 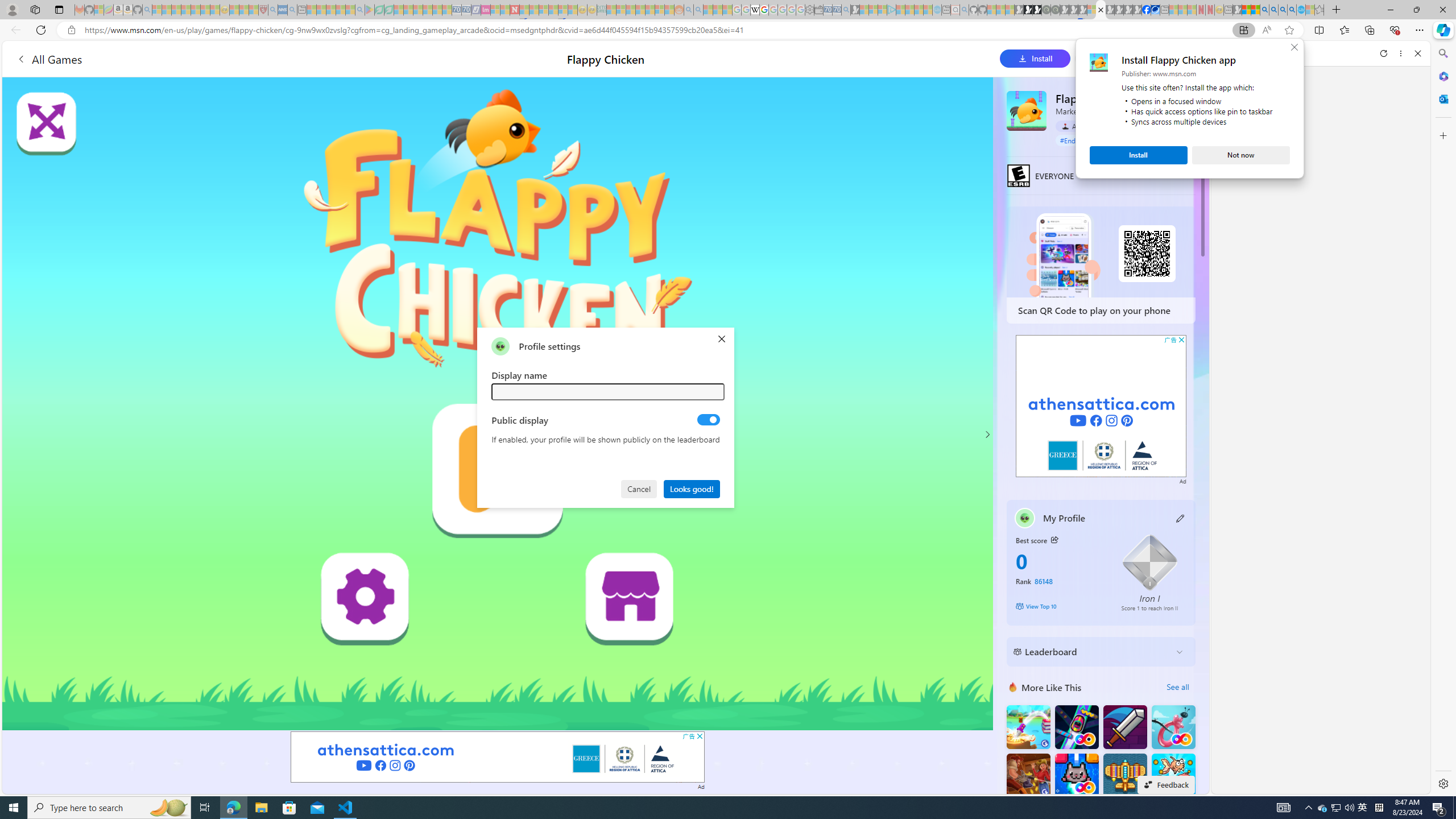 I want to click on 'See all', so click(x=1177, y=686).